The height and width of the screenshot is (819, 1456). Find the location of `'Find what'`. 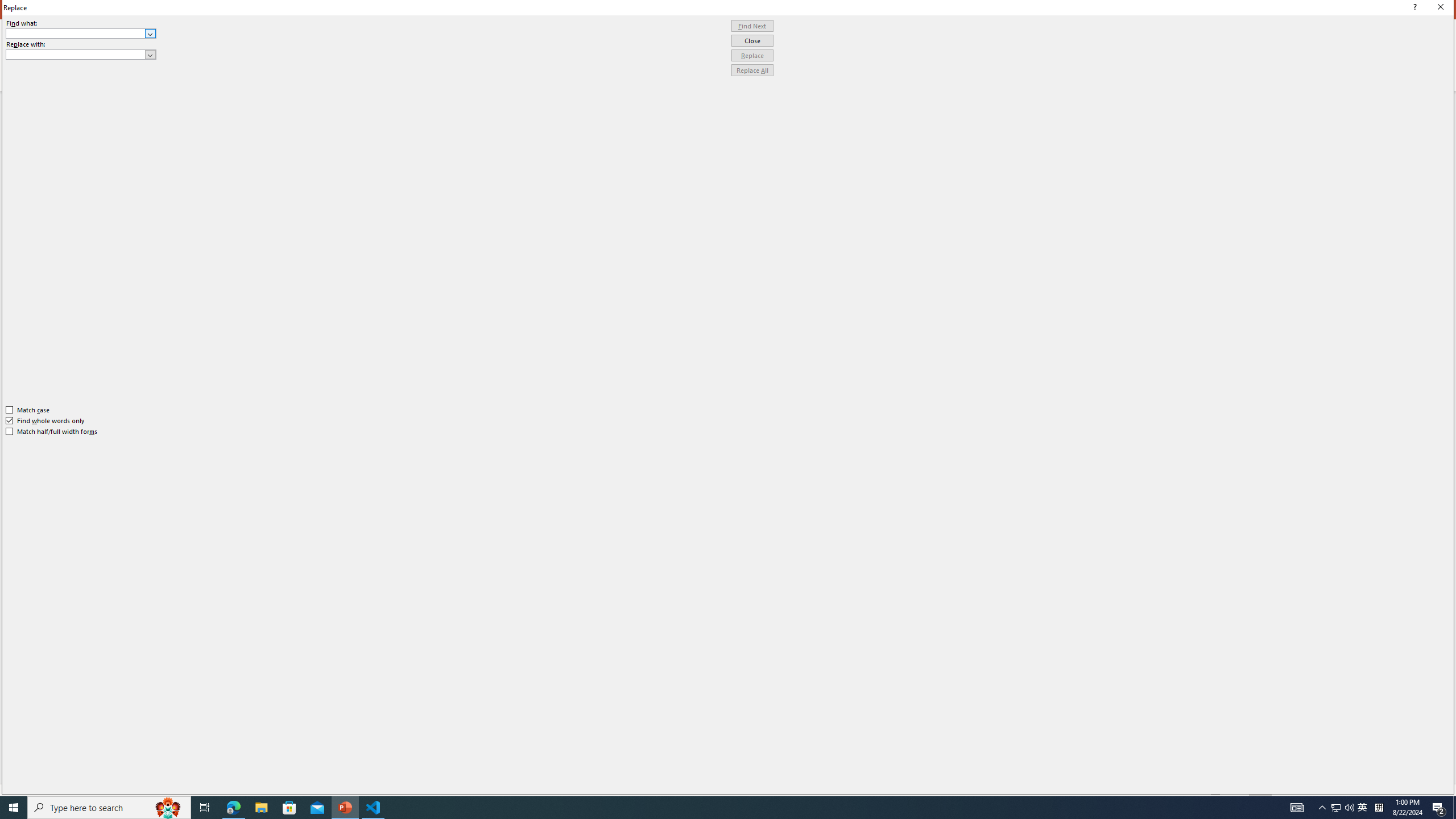

'Find what' is located at coordinates (81, 33).